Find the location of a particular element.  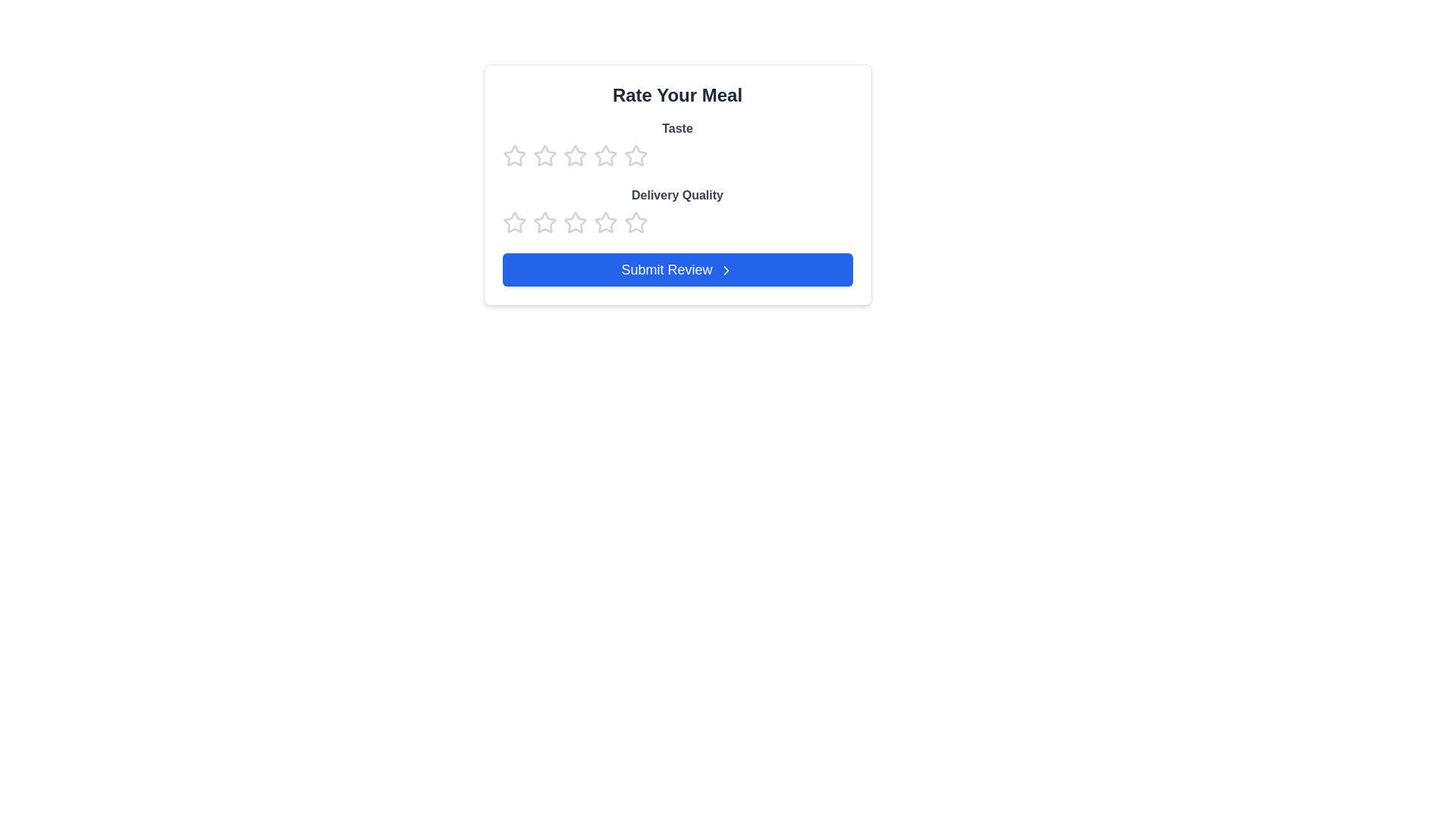

the first clickable rating star icon under the heading labeled 'Taste' is located at coordinates (514, 155).